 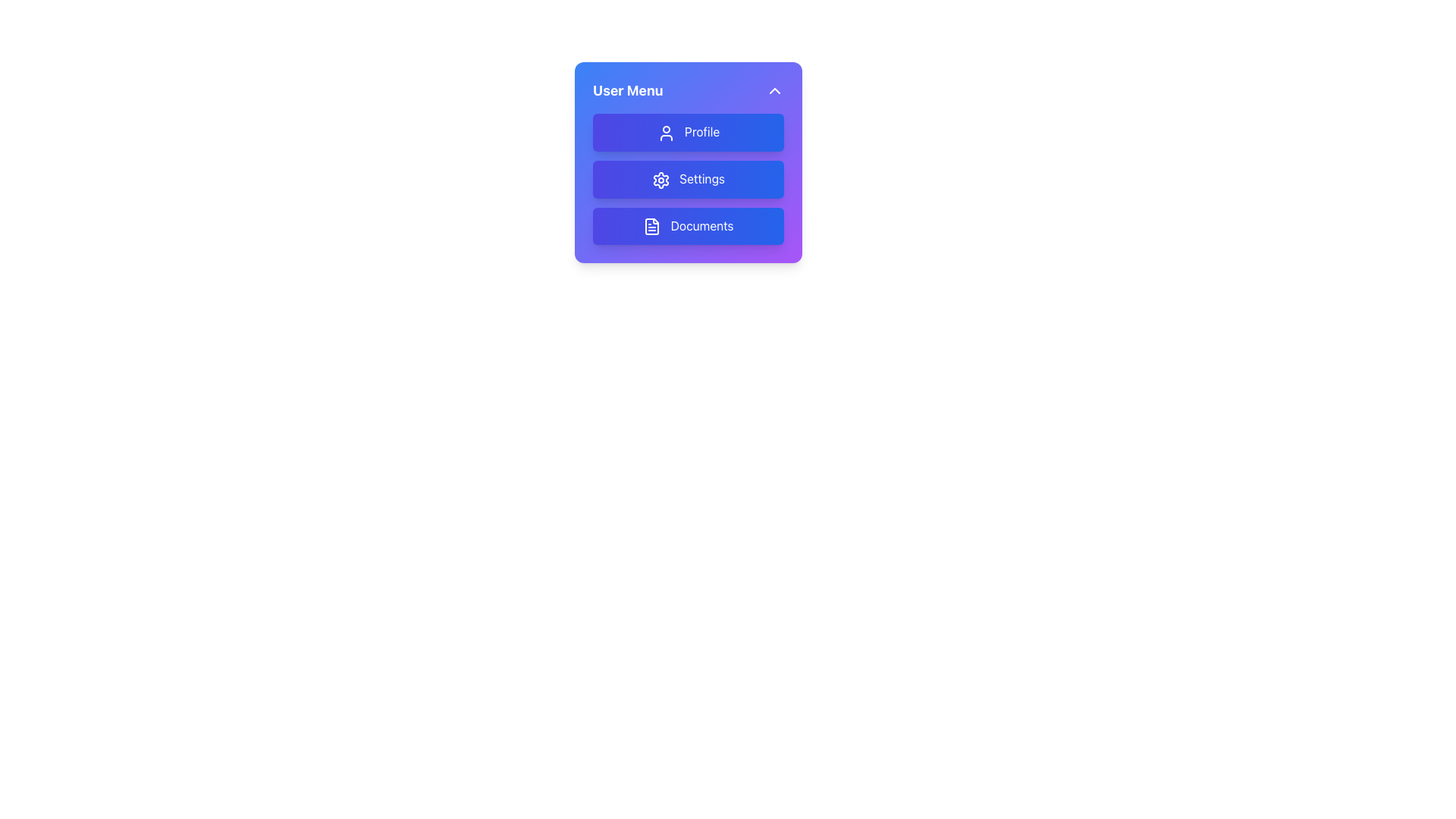 What do you see at coordinates (687, 130) in the screenshot?
I see `the user profile button which is the first button in the vertical list of three buttons, positioned above the 'Settings' and 'Documents' buttons, to trigger the hover state effect` at bounding box center [687, 130].